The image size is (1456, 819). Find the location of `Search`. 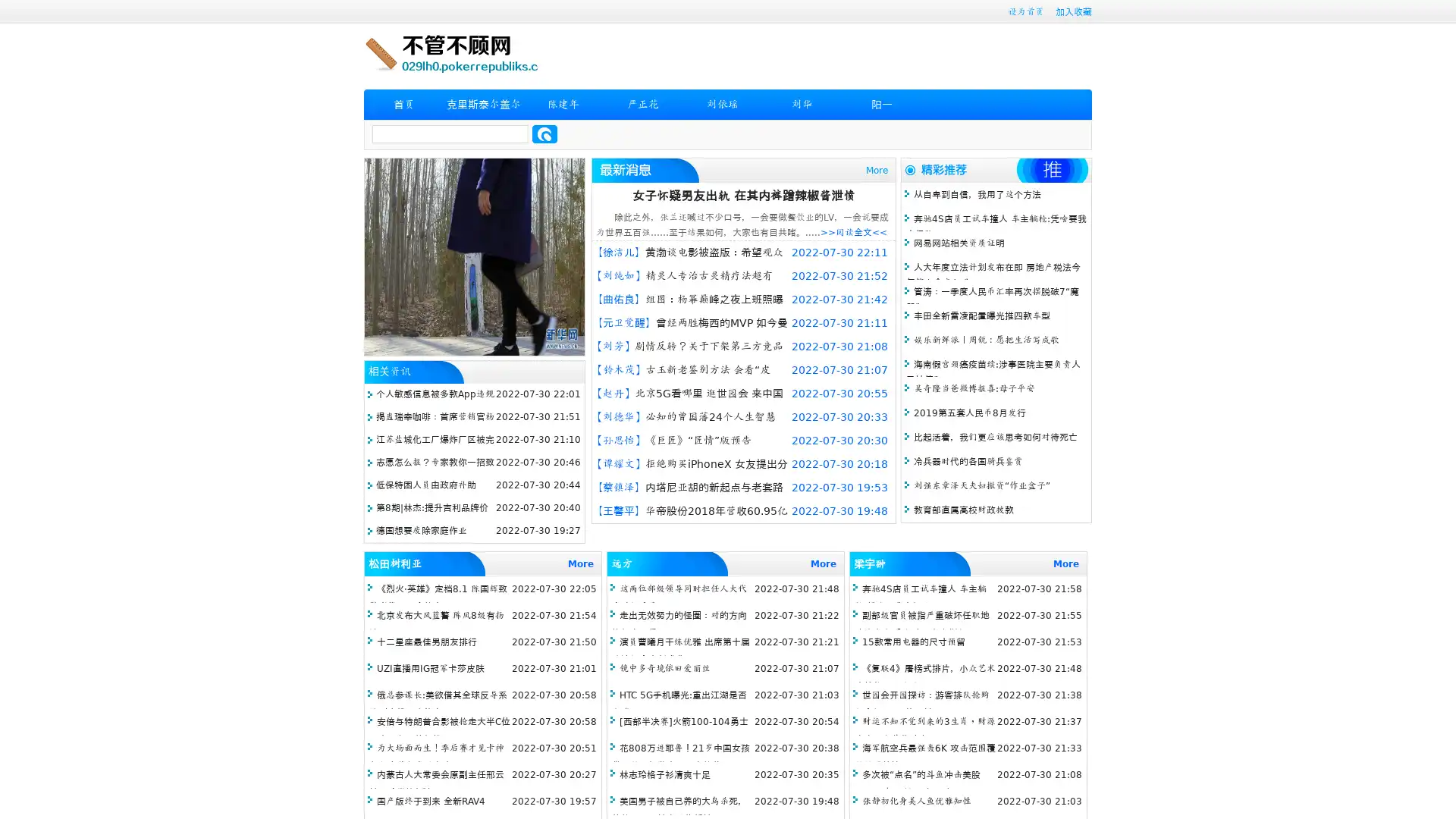

Search is located at coordinates (544, 133).